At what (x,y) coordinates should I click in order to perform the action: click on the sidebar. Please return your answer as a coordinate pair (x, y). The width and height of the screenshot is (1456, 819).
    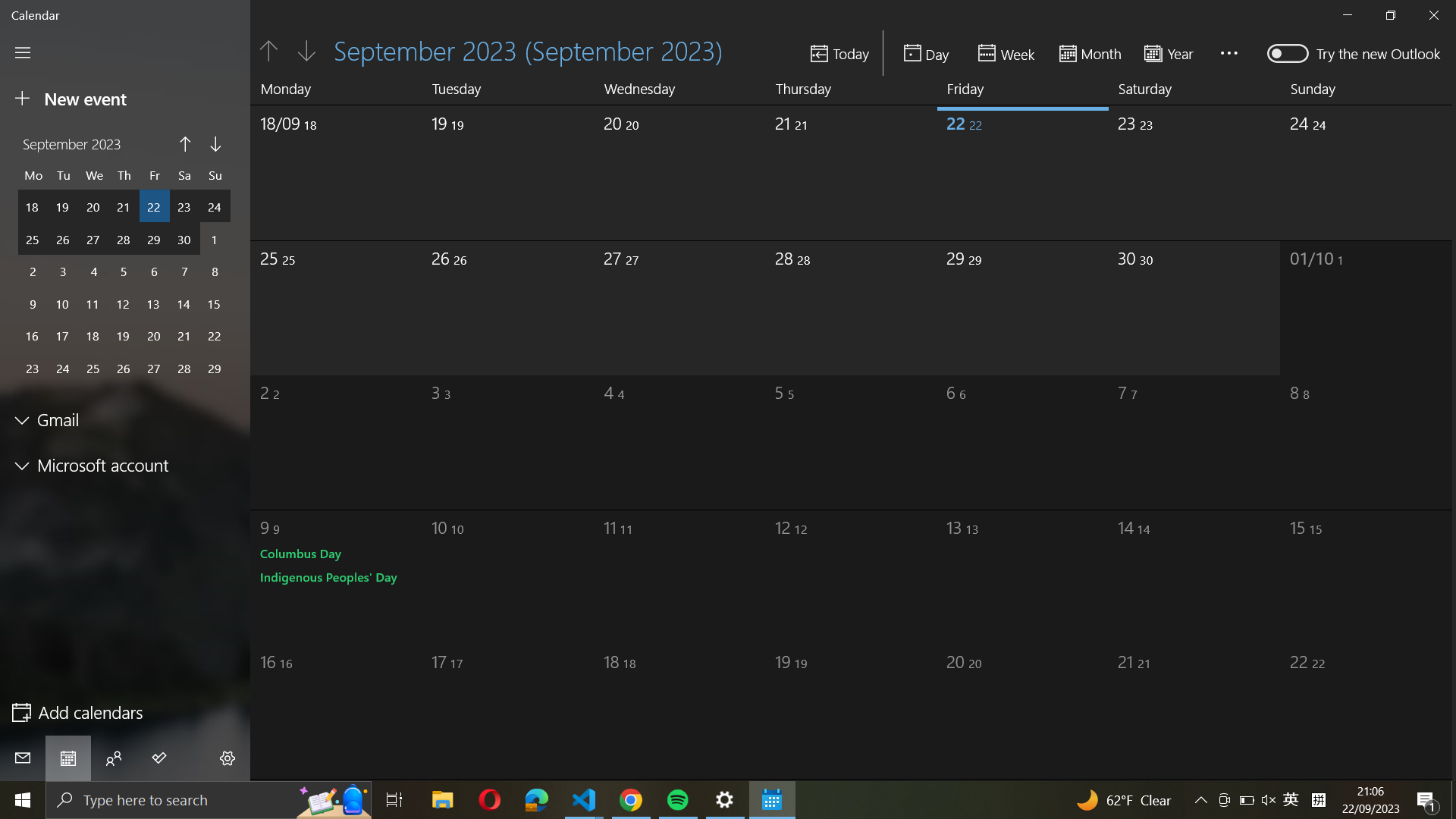
    Looking at the image, I should click on (23, 52).